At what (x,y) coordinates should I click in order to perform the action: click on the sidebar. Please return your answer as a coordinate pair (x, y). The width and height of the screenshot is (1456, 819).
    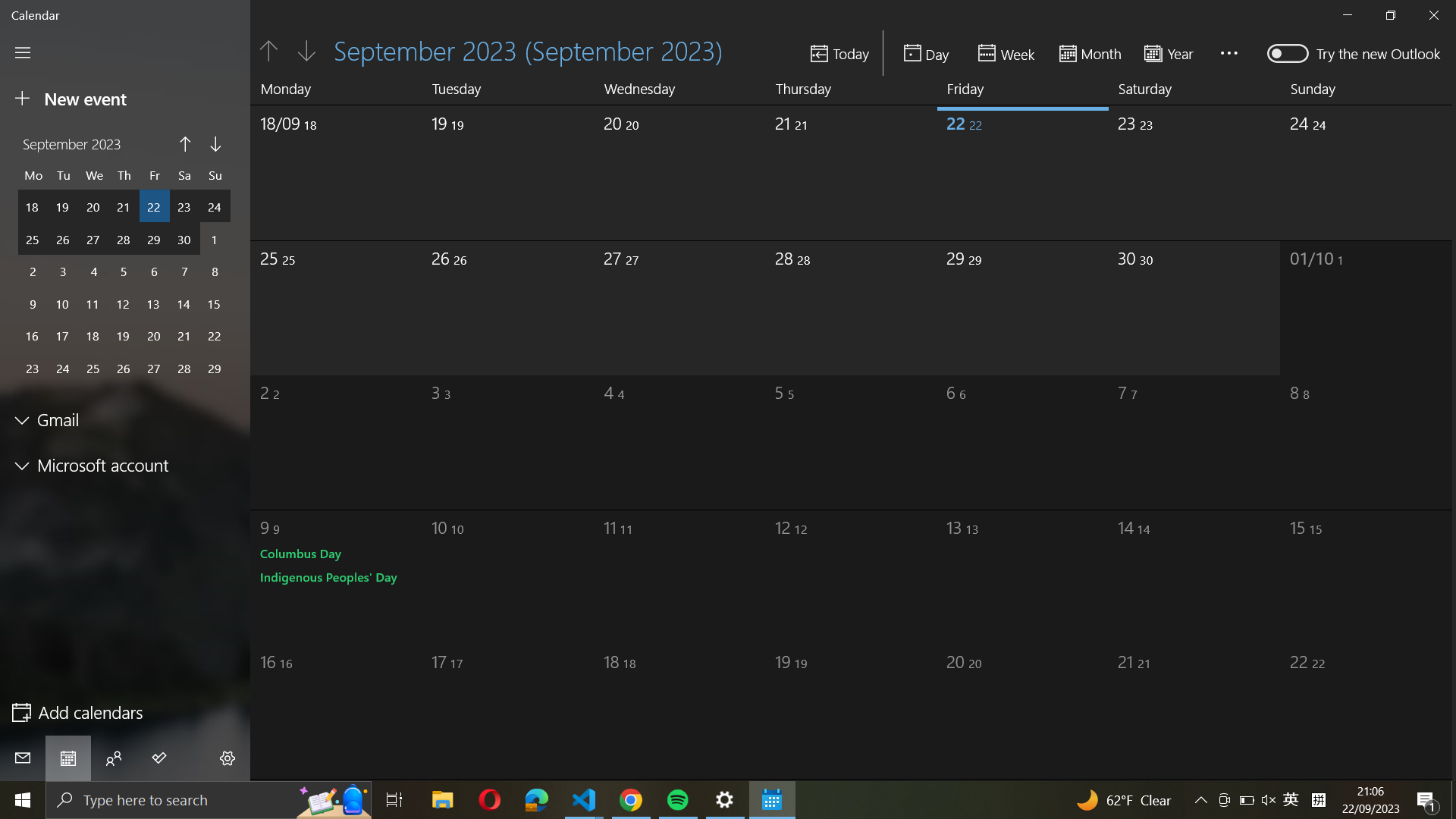
    Looking at the image, I should click on (23, 52).